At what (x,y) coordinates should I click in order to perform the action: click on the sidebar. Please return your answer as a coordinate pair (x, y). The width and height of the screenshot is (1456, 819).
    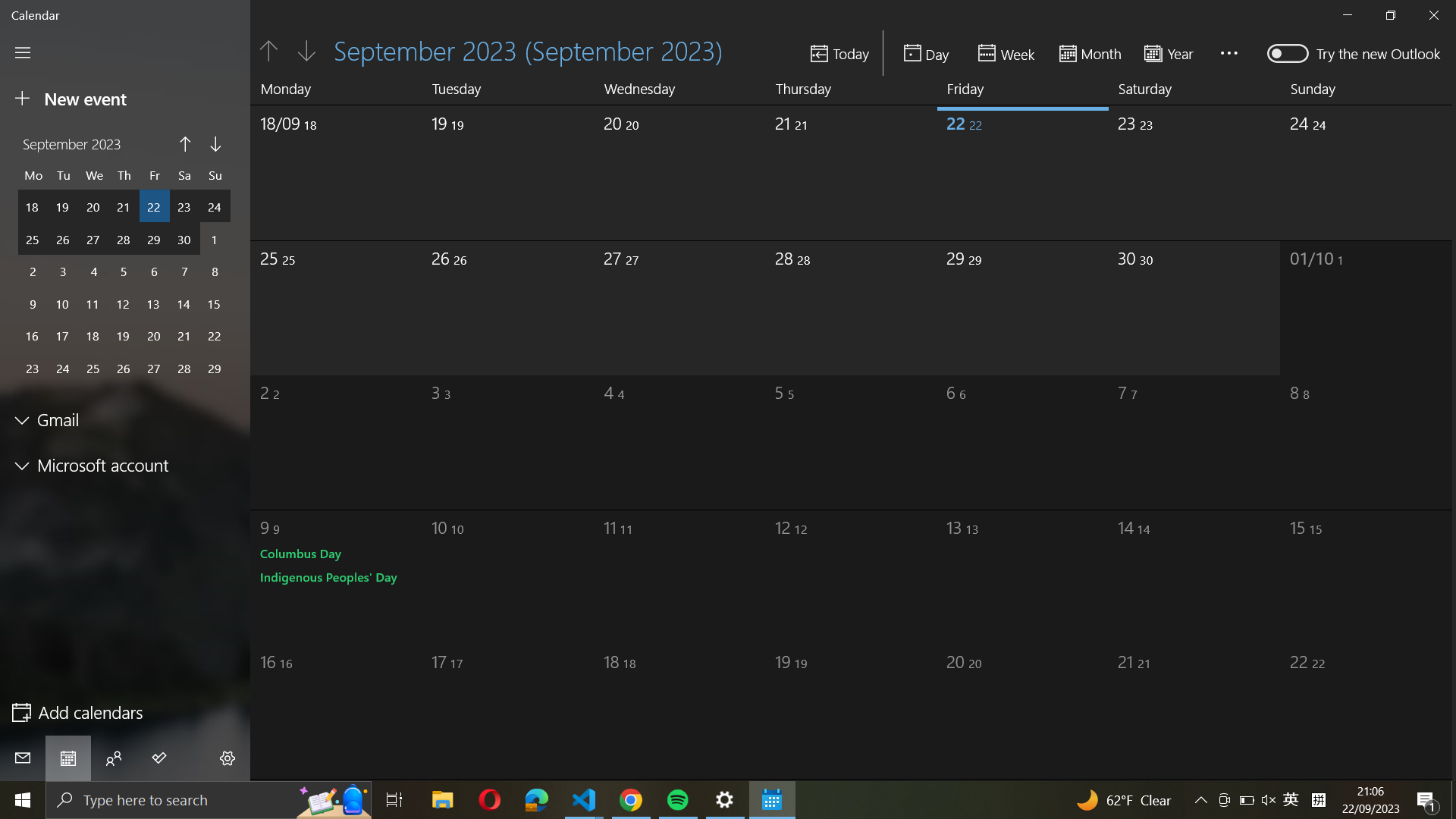
    Looking at the image, I should click on (23, 52).